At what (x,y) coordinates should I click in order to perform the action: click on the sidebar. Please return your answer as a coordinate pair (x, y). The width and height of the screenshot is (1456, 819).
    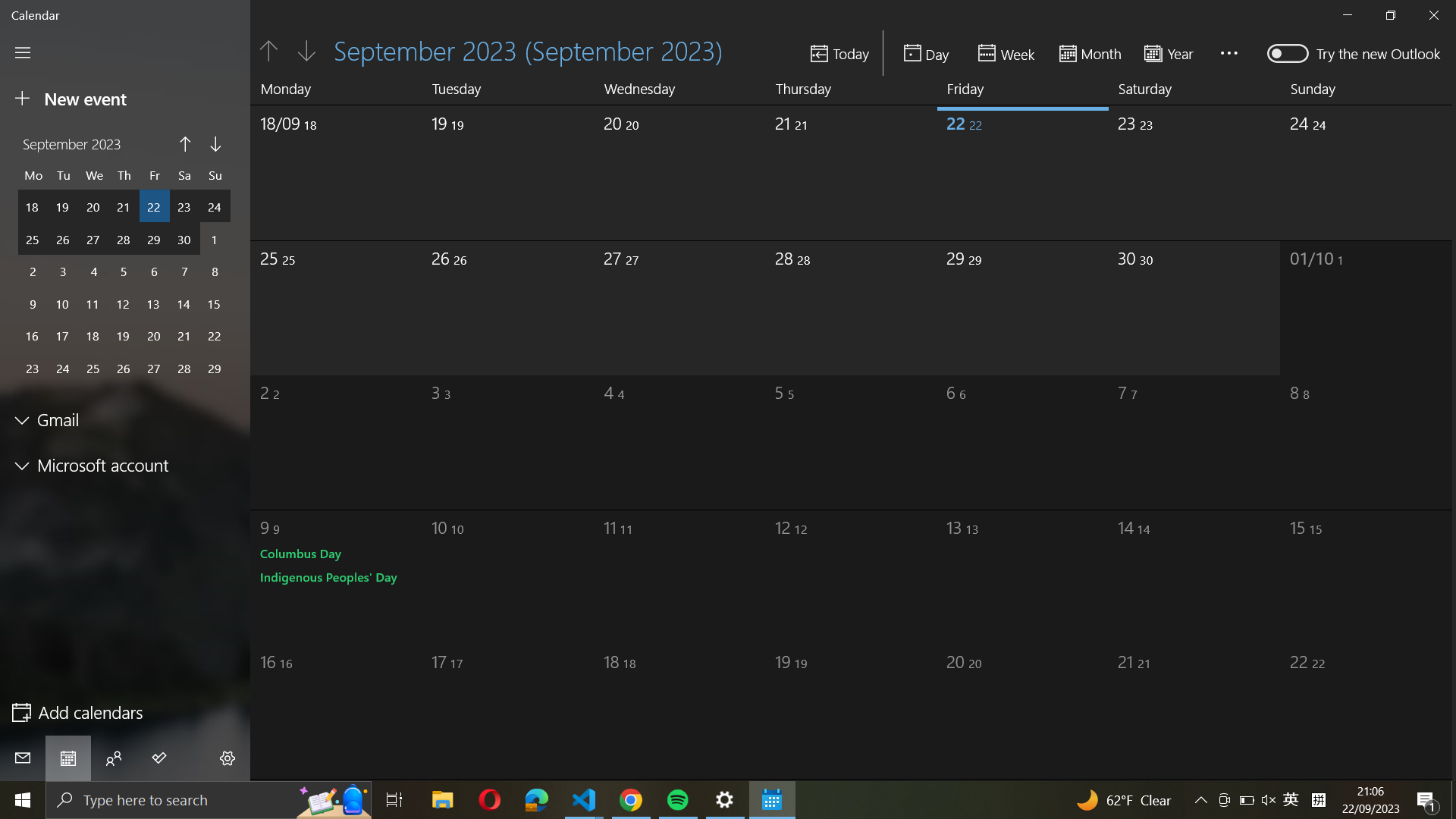
    Looking at the image, I should click on (23, 52).